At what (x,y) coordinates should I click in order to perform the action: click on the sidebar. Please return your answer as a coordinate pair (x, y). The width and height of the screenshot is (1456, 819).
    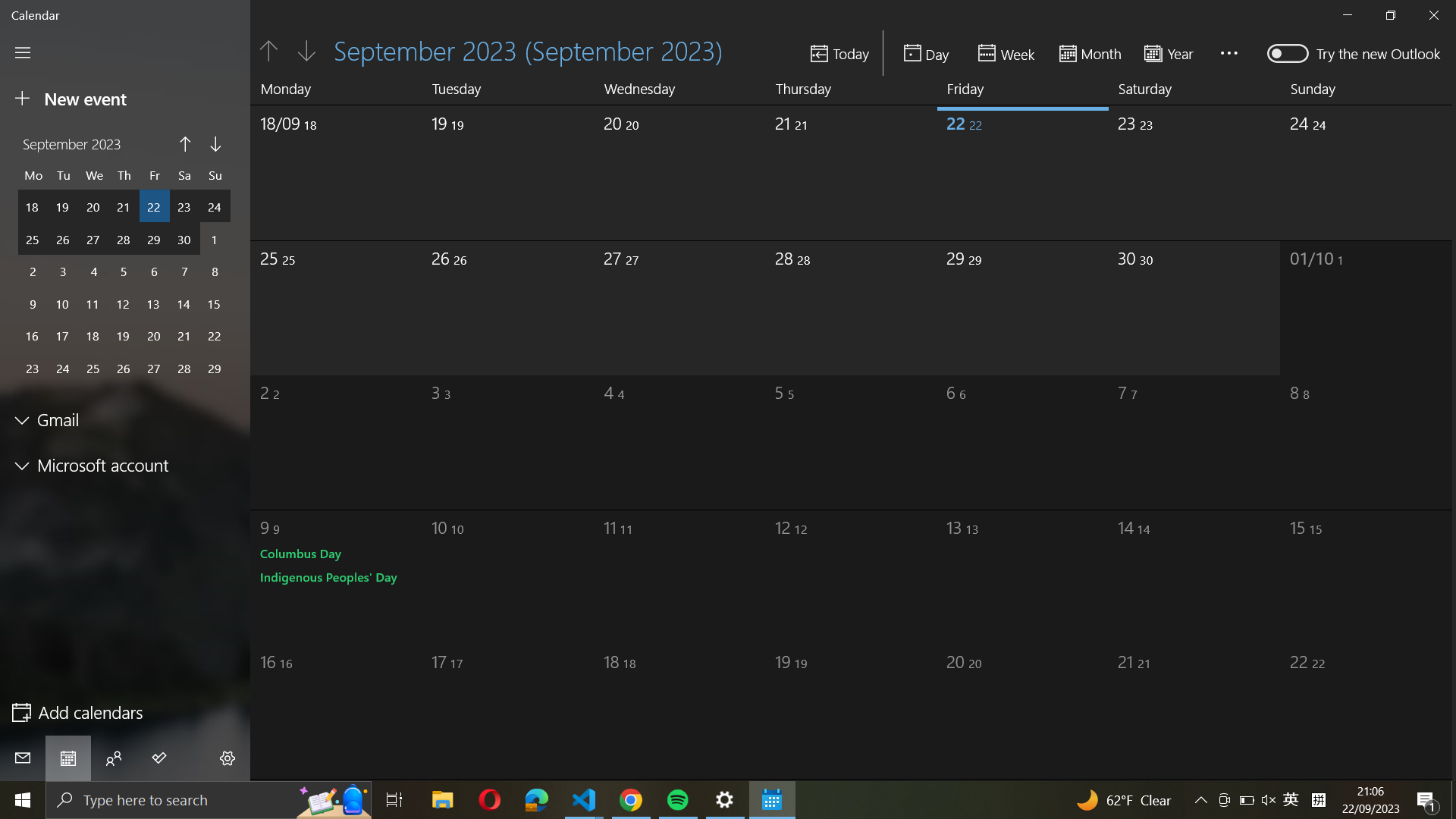
    Looking at the image, I should click on (23, 52).